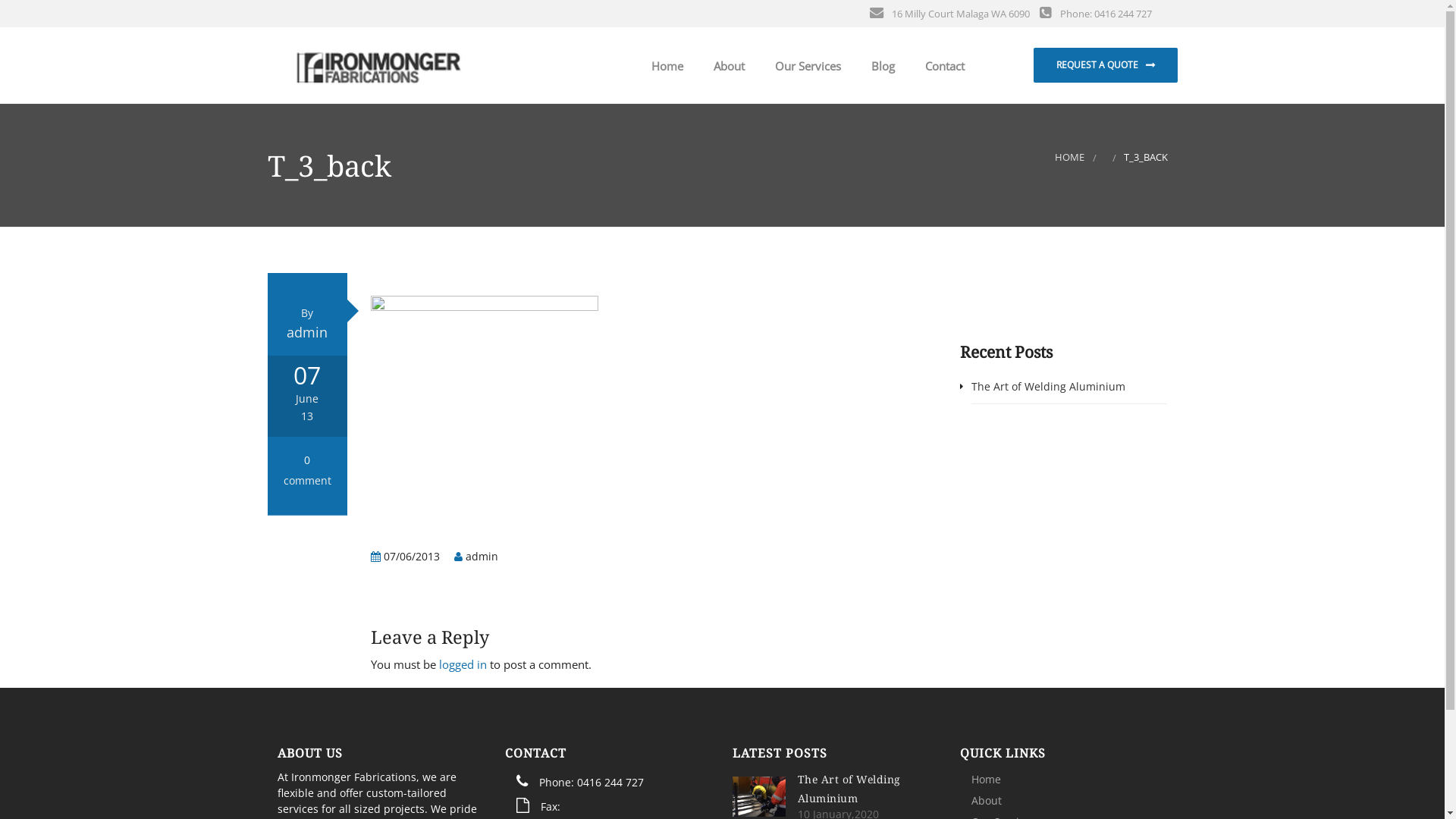  I want to click on 'Custom Welding & Fabrication', so click(811, 189).